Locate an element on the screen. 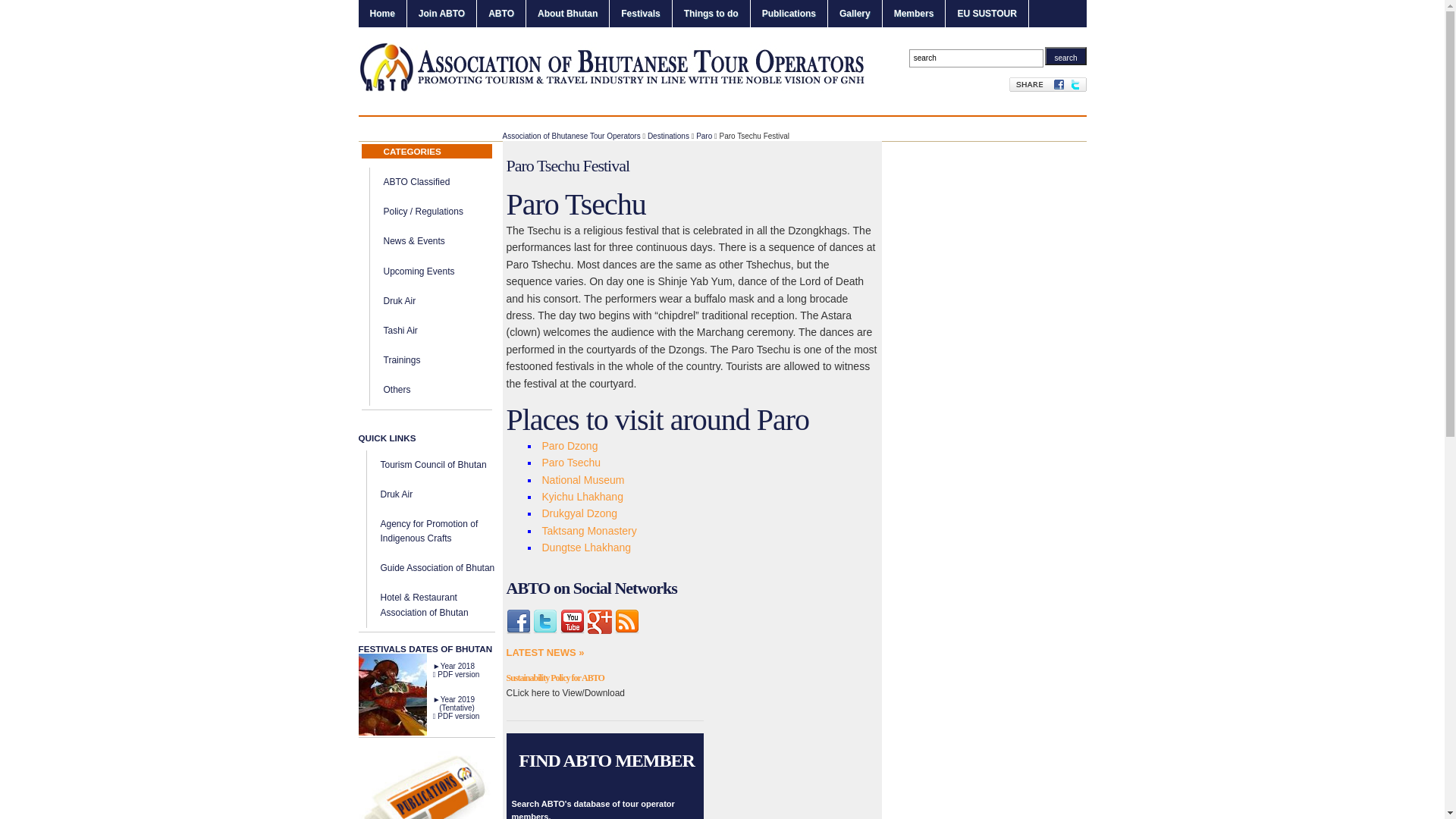  'Hotel & Restaurant Association of Bhutan' is located at coordinates (381, 604).